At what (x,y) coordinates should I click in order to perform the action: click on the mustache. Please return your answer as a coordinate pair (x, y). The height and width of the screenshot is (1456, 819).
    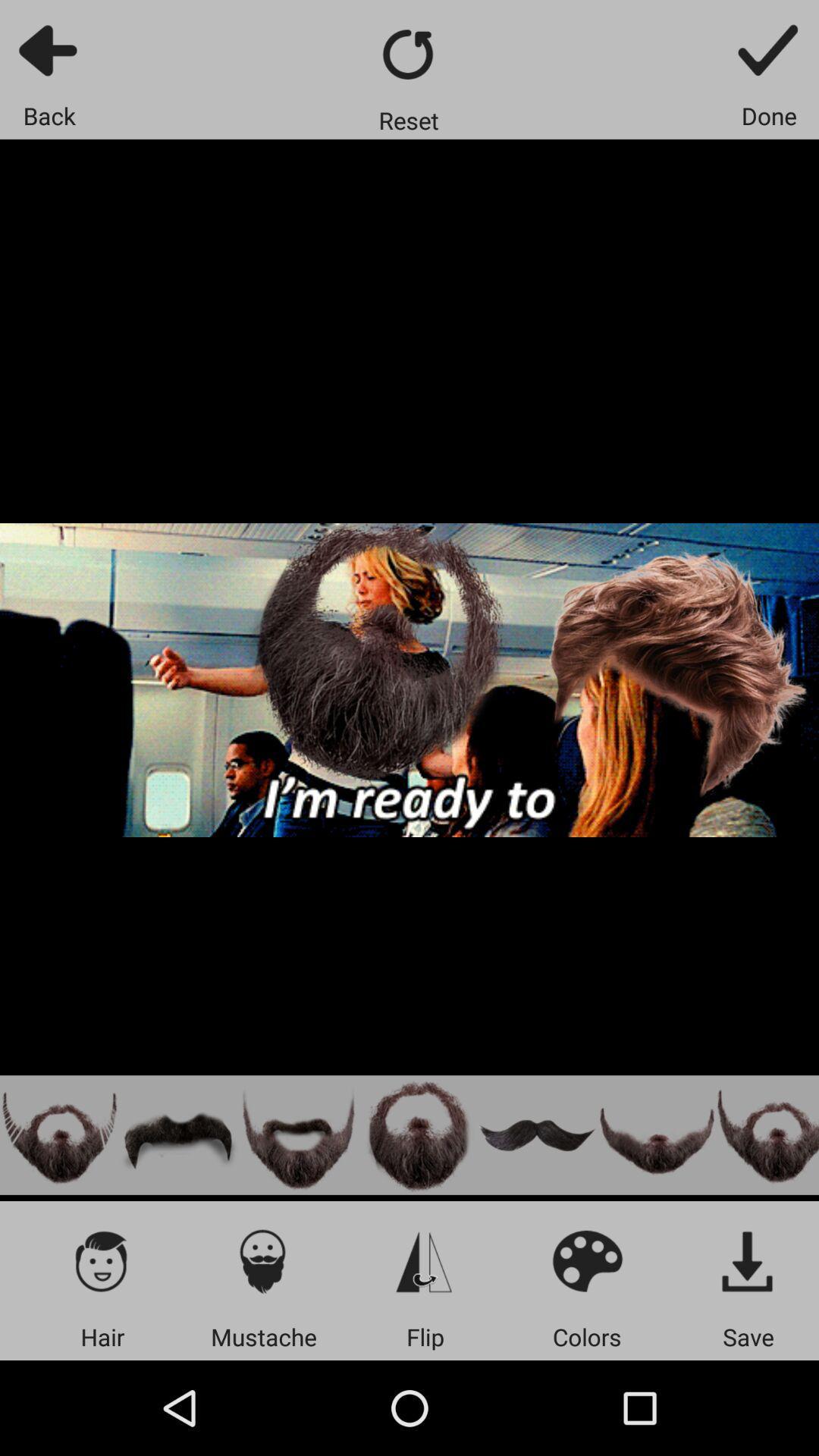
    Looking at the image, I should click on (656, 1135).